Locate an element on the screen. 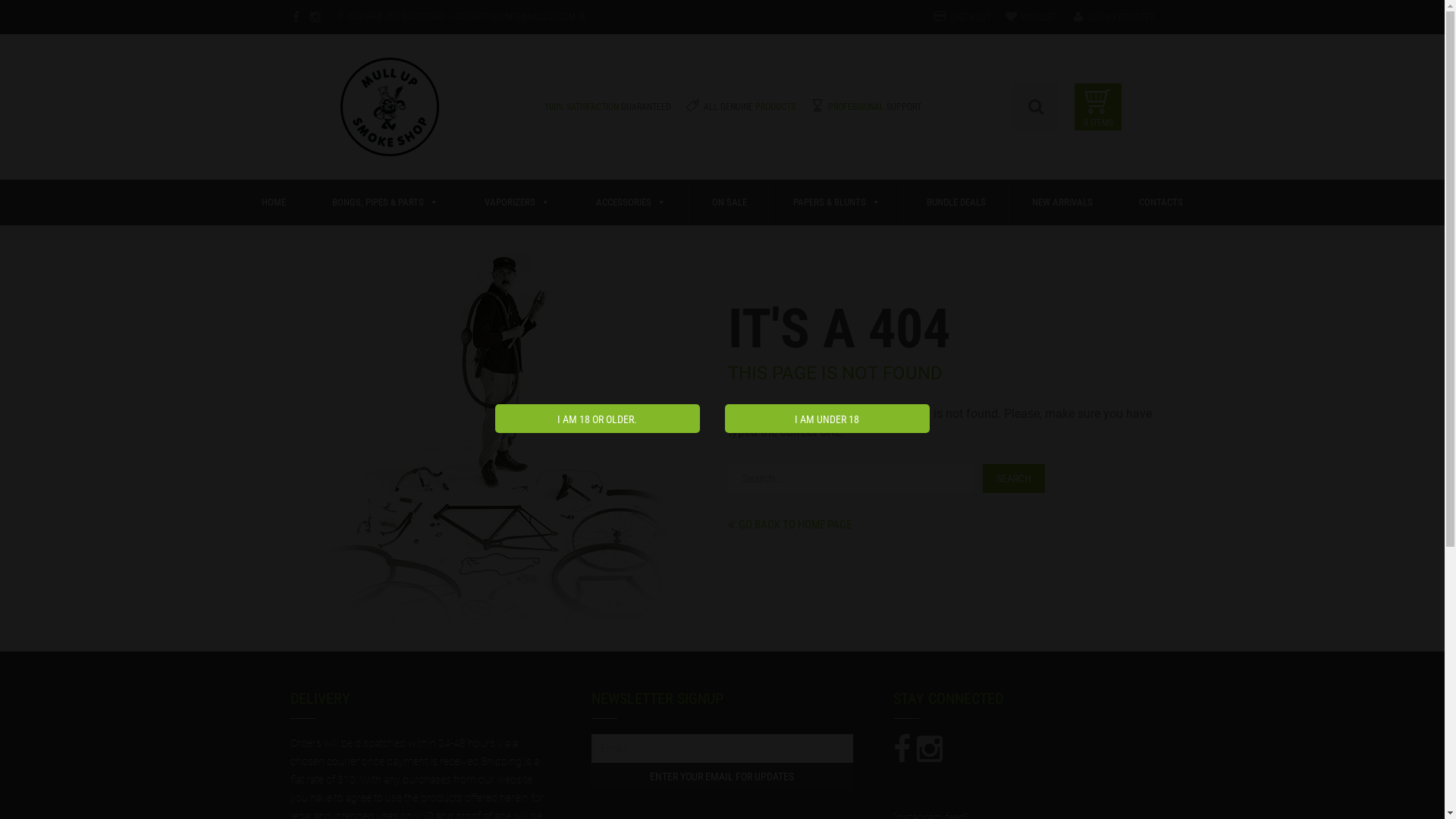 This screenshot has height=819, width=1456. 'HOME' is located at coordinates (274, 201).